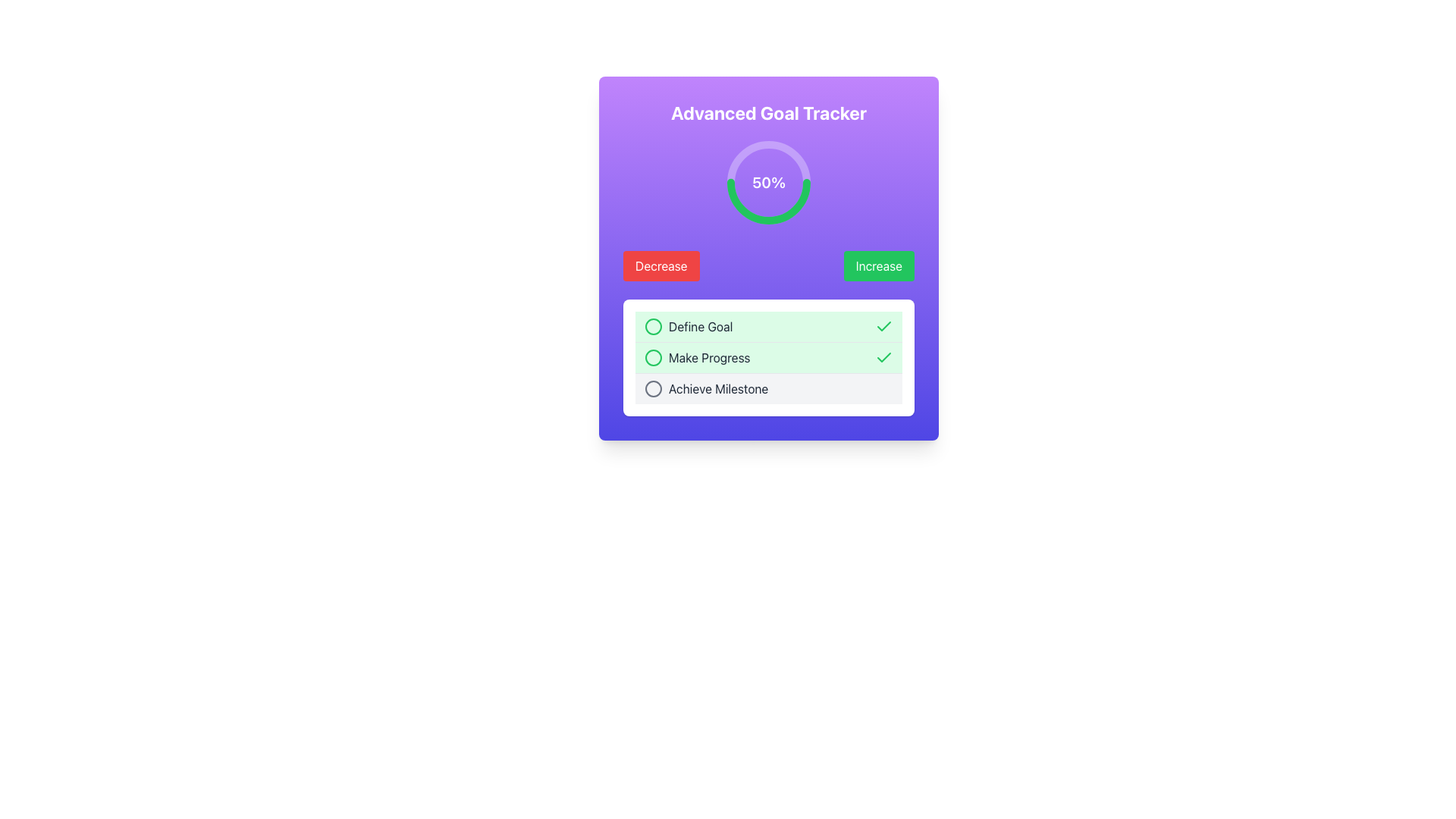 This screenshot has height=819, width=1456. What do you see at coordinates (654, 388) in the screenshot?
I see `the circular SVG icon located next to the text 'Achieve Milestone' in the third row of the checklist items within the Advanced Goal Tracker interface` at bounding box center [654, 388].